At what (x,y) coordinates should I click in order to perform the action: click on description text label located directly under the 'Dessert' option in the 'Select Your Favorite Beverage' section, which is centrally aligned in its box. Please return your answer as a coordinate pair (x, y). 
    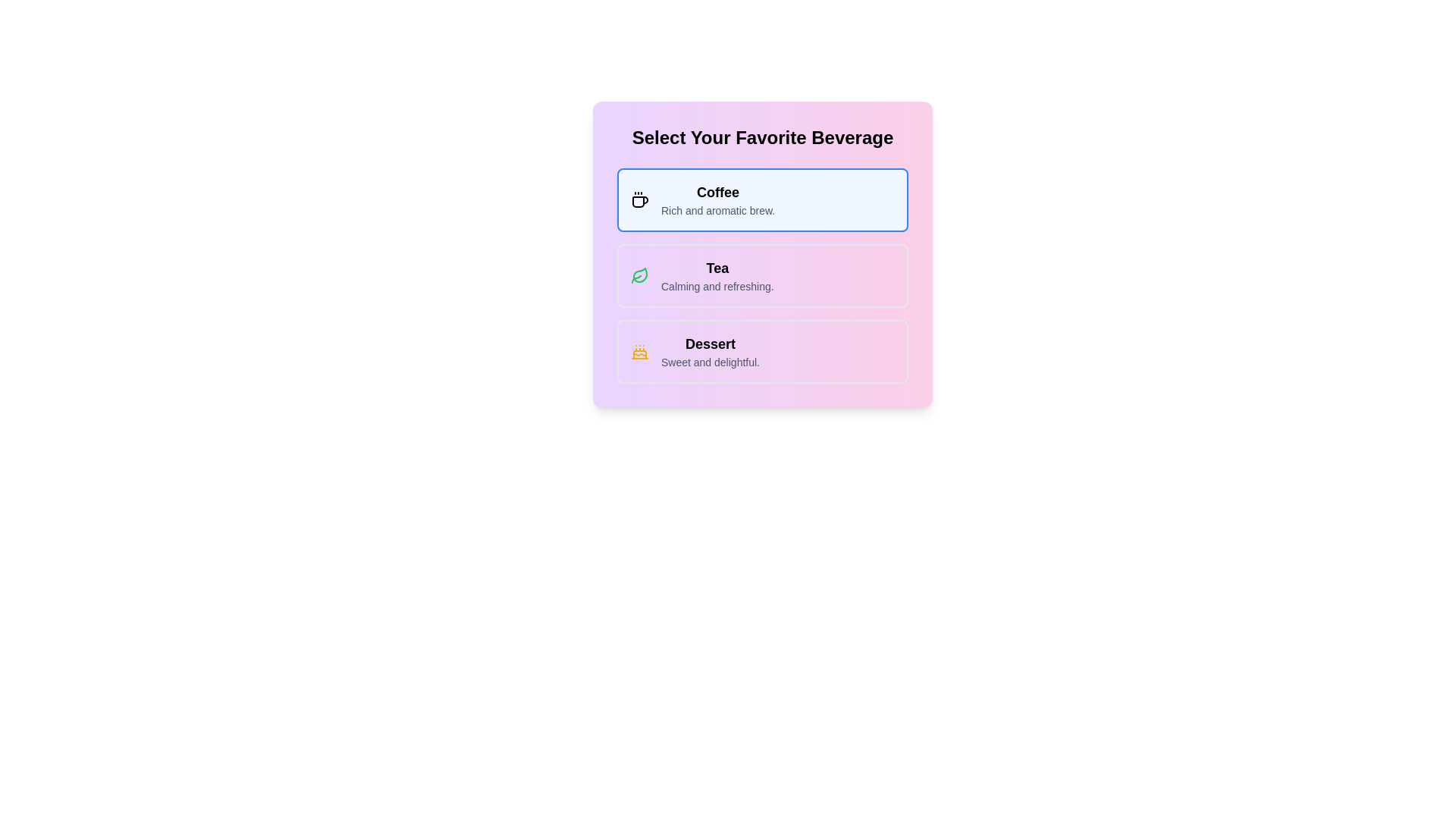
    Looking at the image, I should click on (709, 362).